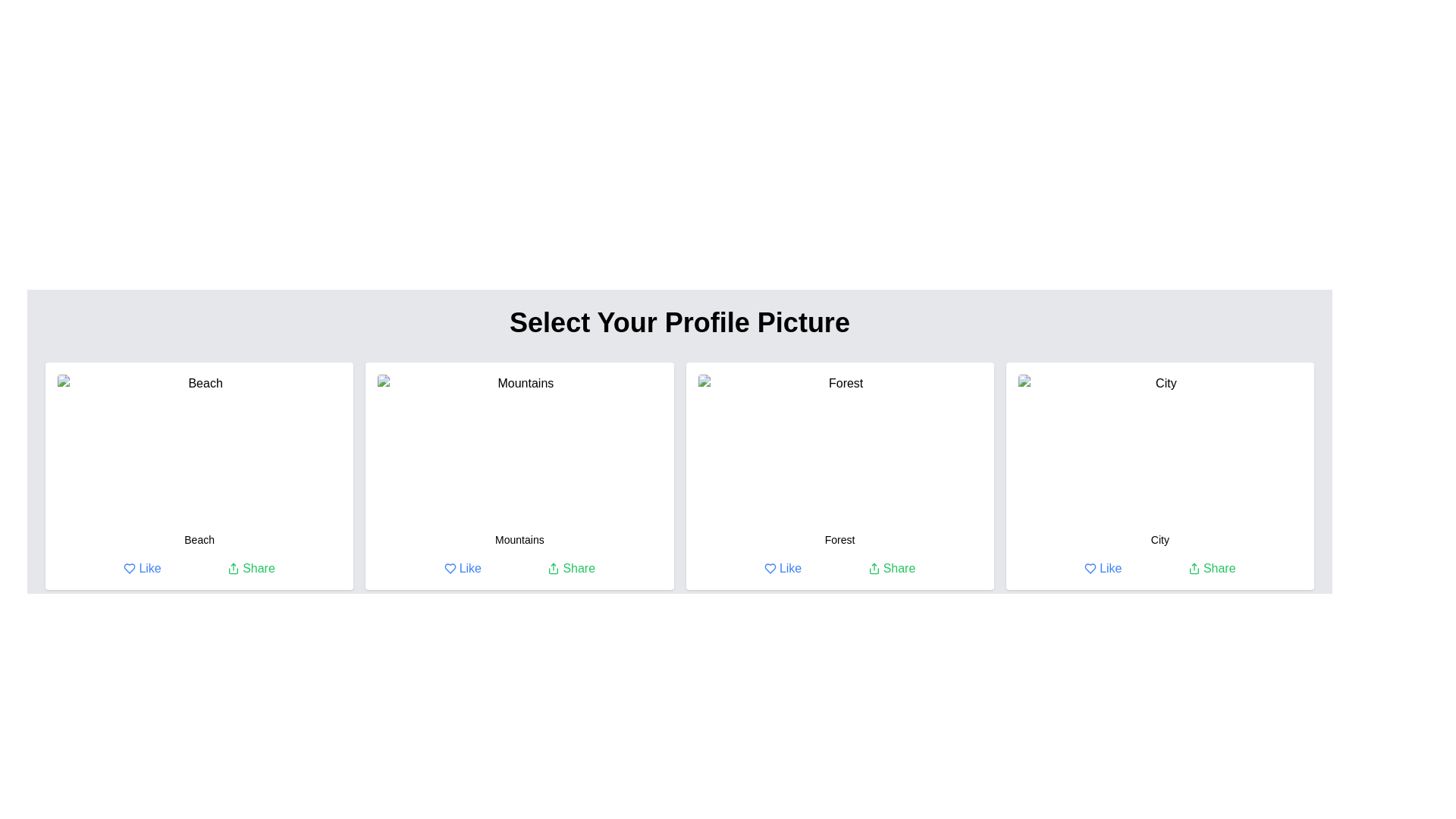 Image resolution: width=1456 pixels, height=819 pixels. What do you see at coordinates (1090, 568) in the screenshot?
I see `the 'Like' button icon located at the bottom of the 'City' card section, to the left of the text 'Like' and below the title 'City'` at bounding box center [1090, 568].